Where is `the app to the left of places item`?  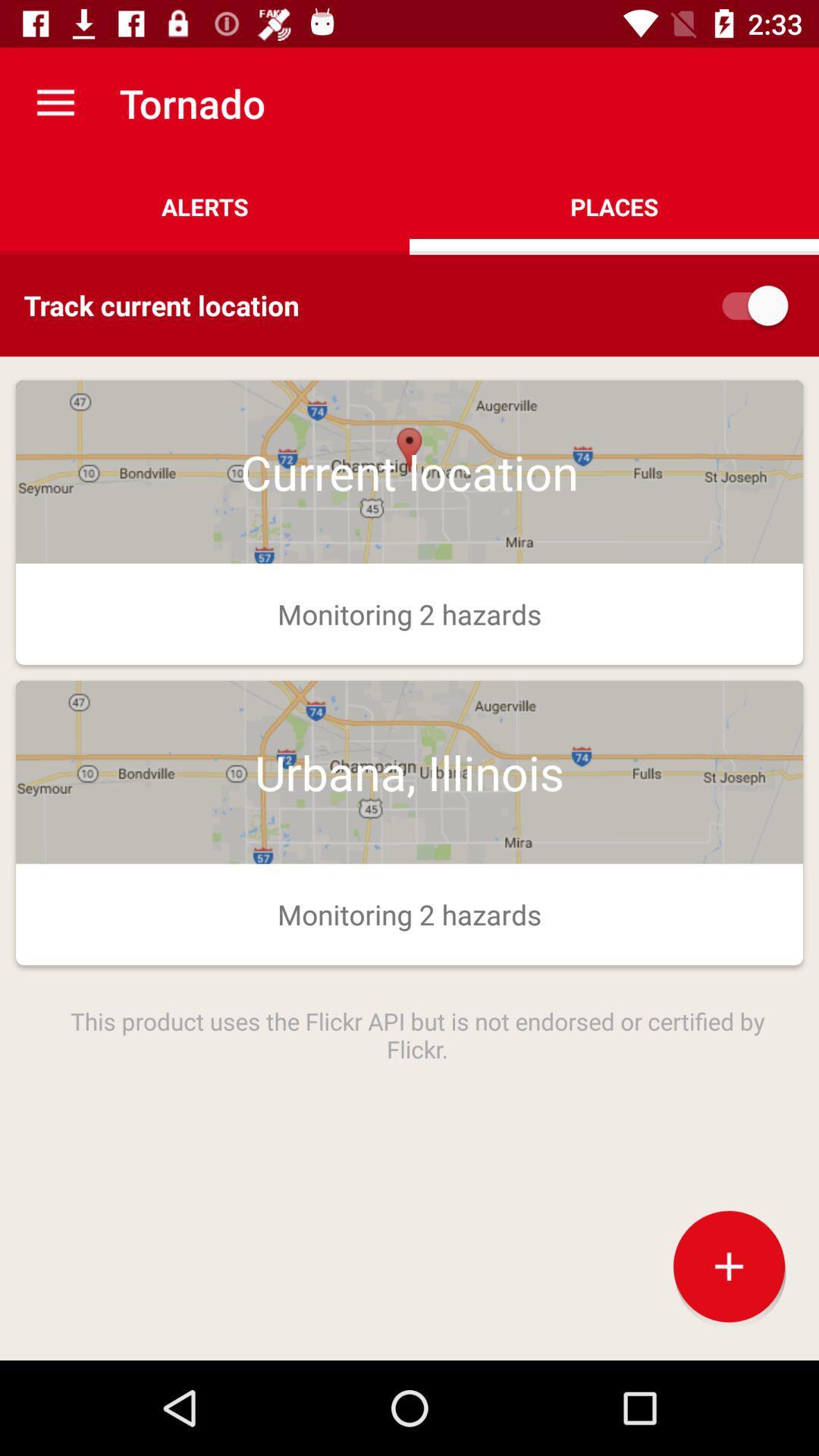 the app to the left of places item is located at coordinates (205, 206).